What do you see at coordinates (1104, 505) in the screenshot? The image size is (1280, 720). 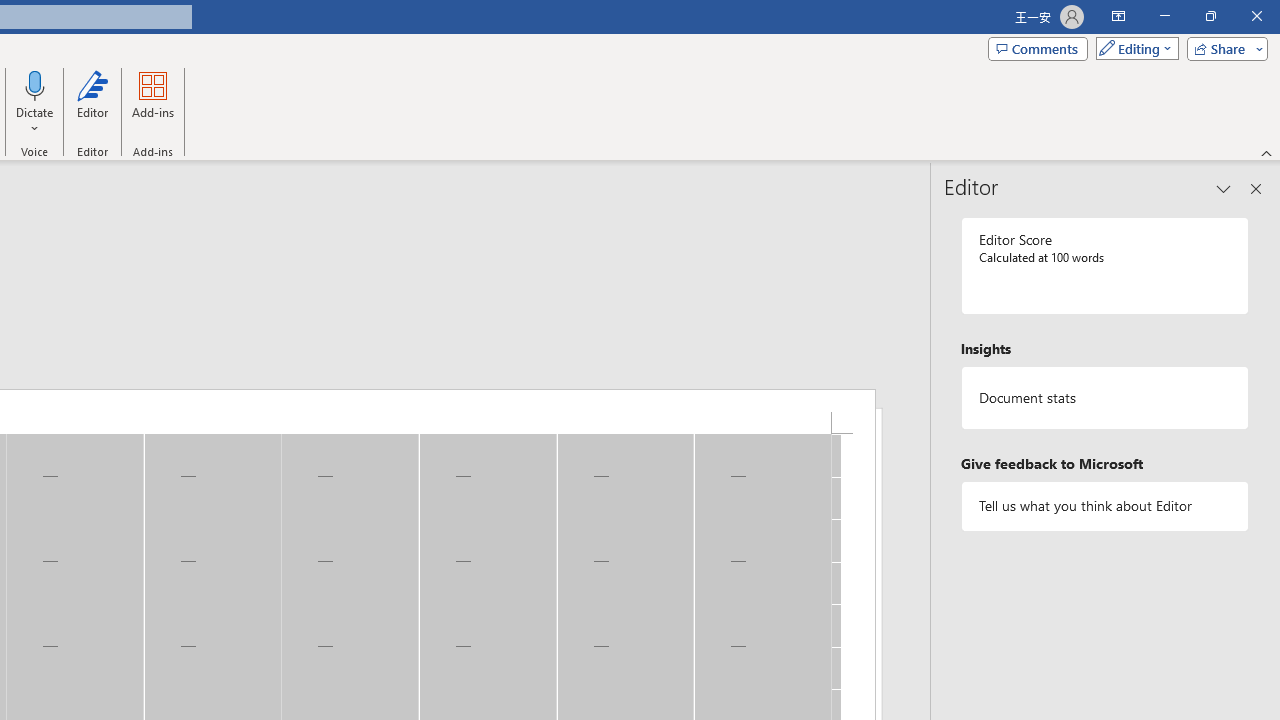 I see `'Tell us what you think about Editor'` at bounding box center [1104, 505].